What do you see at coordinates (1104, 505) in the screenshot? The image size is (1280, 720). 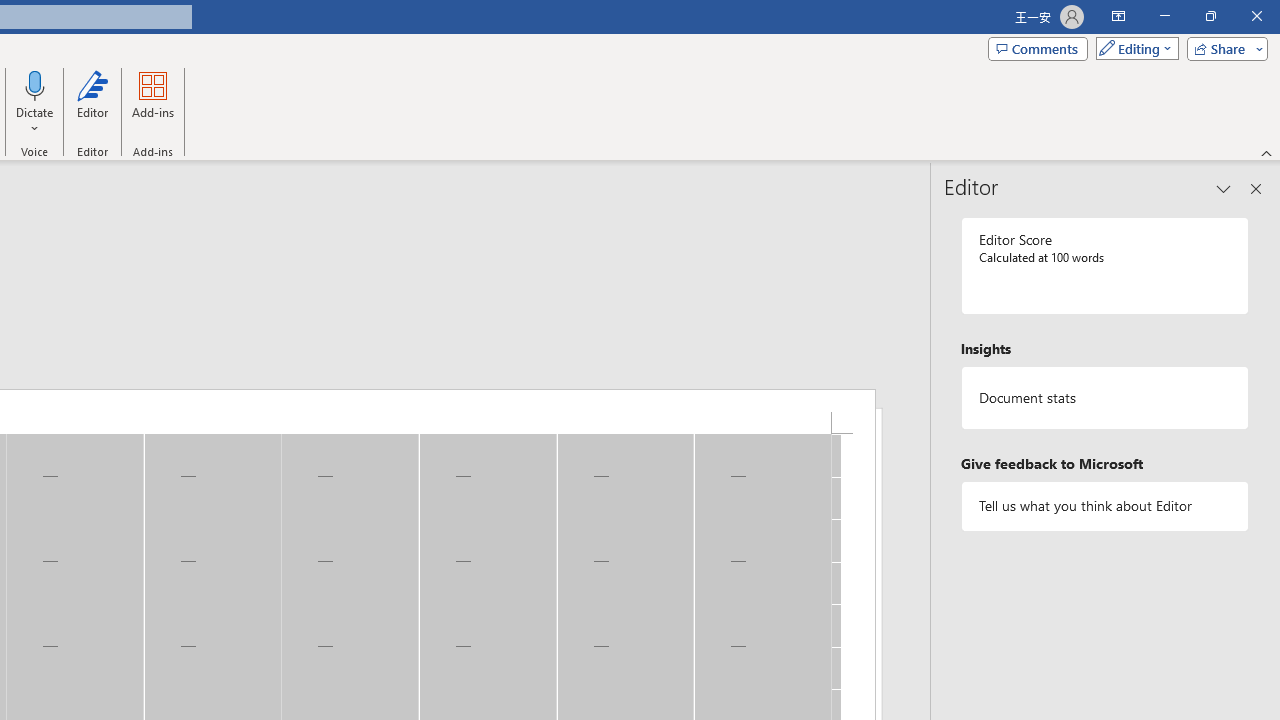 I see `'Tell us what you think about Editor'` at bounding box center [1104, 505].